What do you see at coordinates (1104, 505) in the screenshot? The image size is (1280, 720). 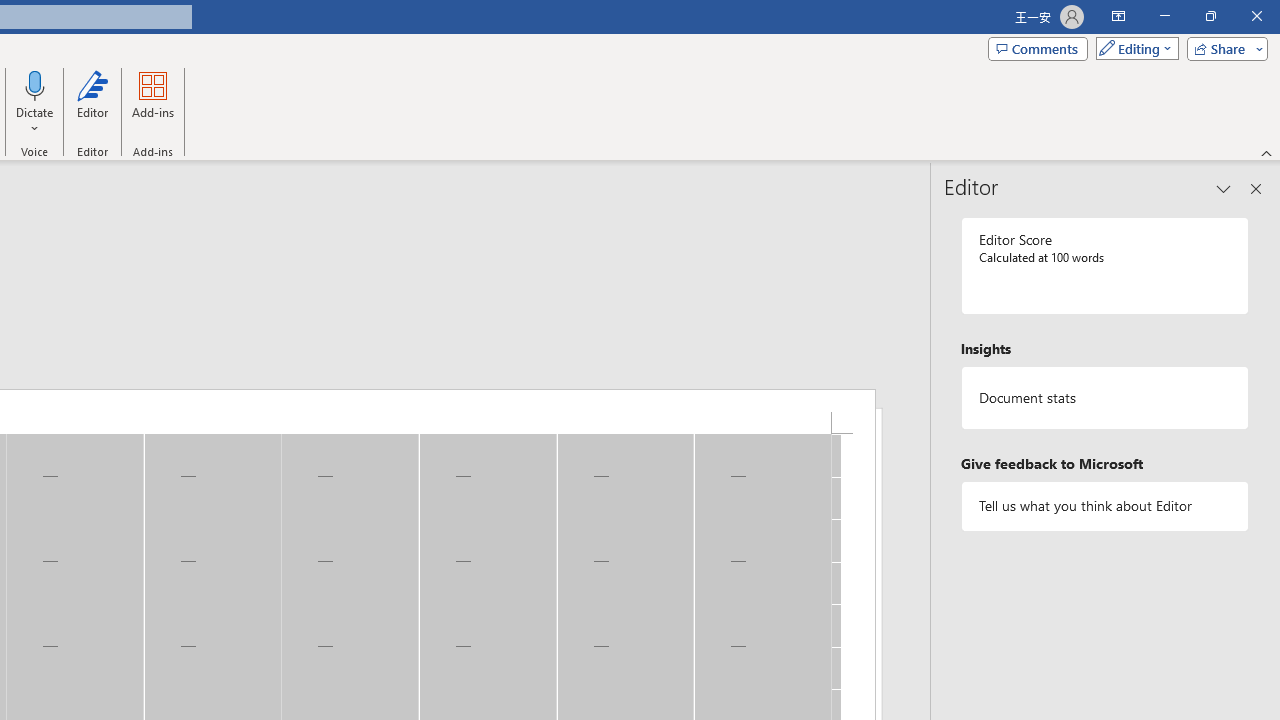 I see `'Tell us what you think about Editor'` at bounding box center [1104, 505].